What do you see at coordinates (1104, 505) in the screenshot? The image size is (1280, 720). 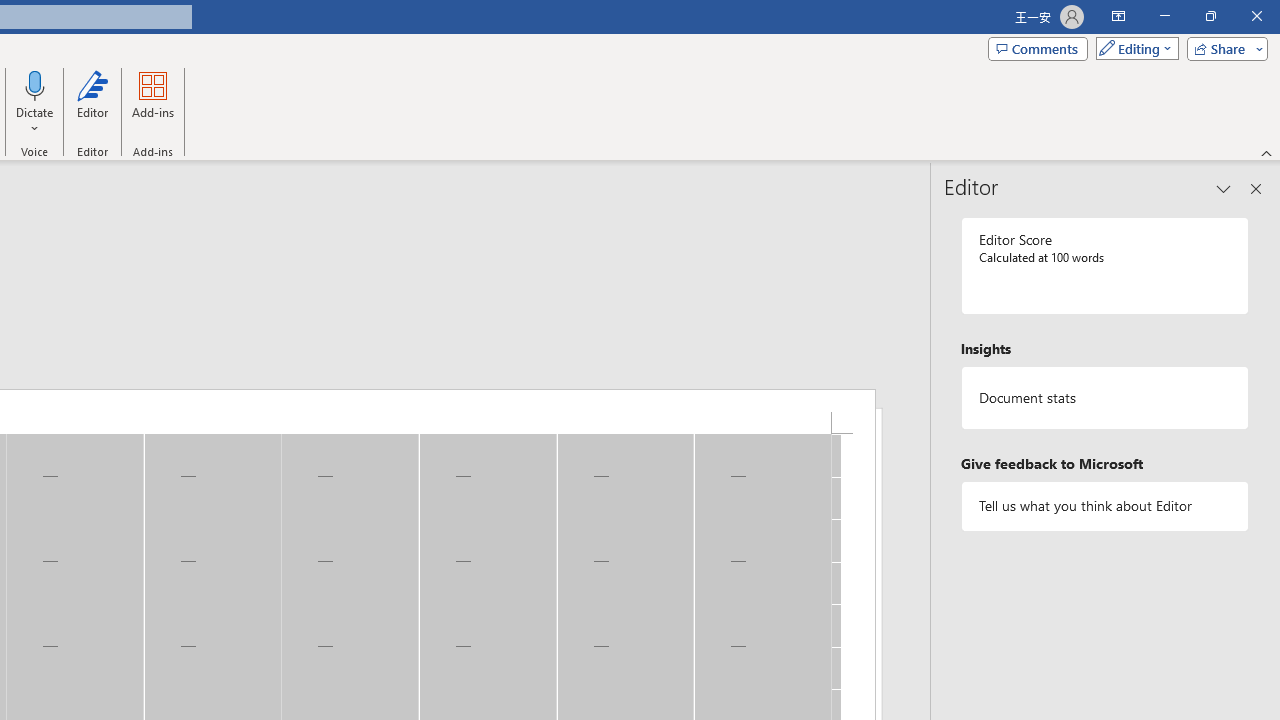 I see `'Tell us what you think about Editor'` at bounding box center [1104, 505].